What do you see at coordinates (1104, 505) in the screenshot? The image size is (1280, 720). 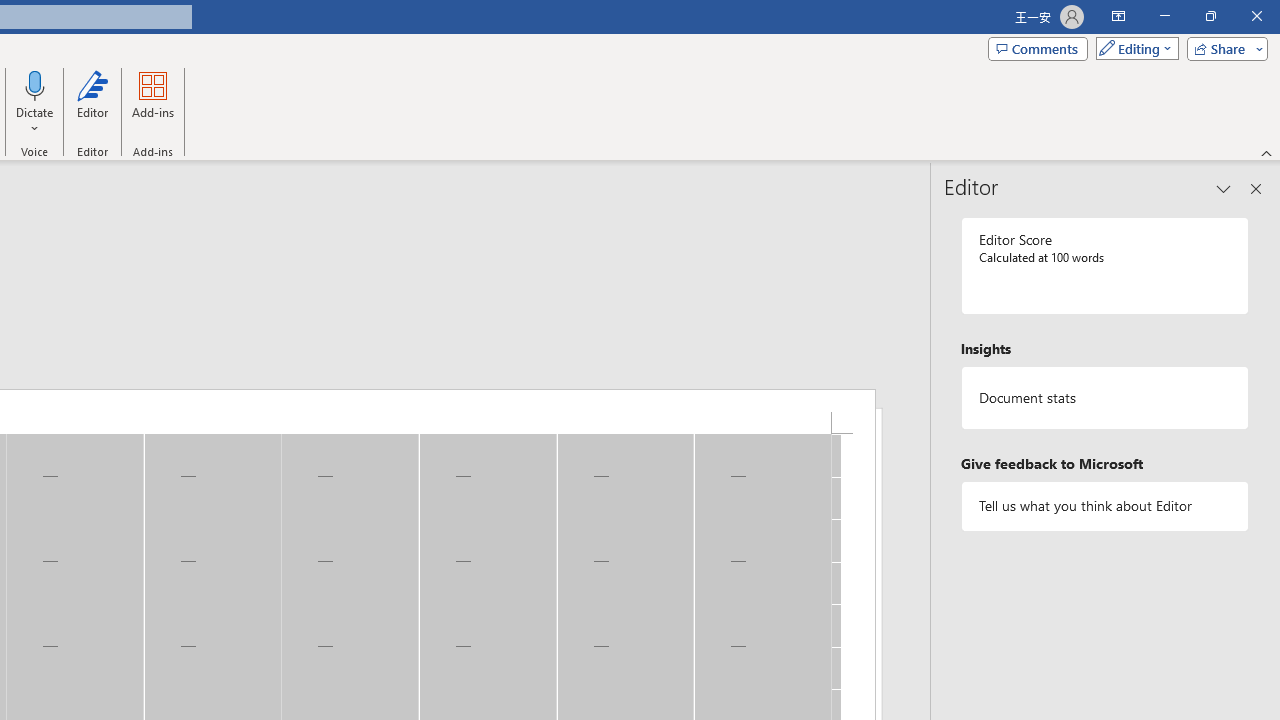 I see `'Tell us what you think about Editor'` at bounding box center [1104, 505].